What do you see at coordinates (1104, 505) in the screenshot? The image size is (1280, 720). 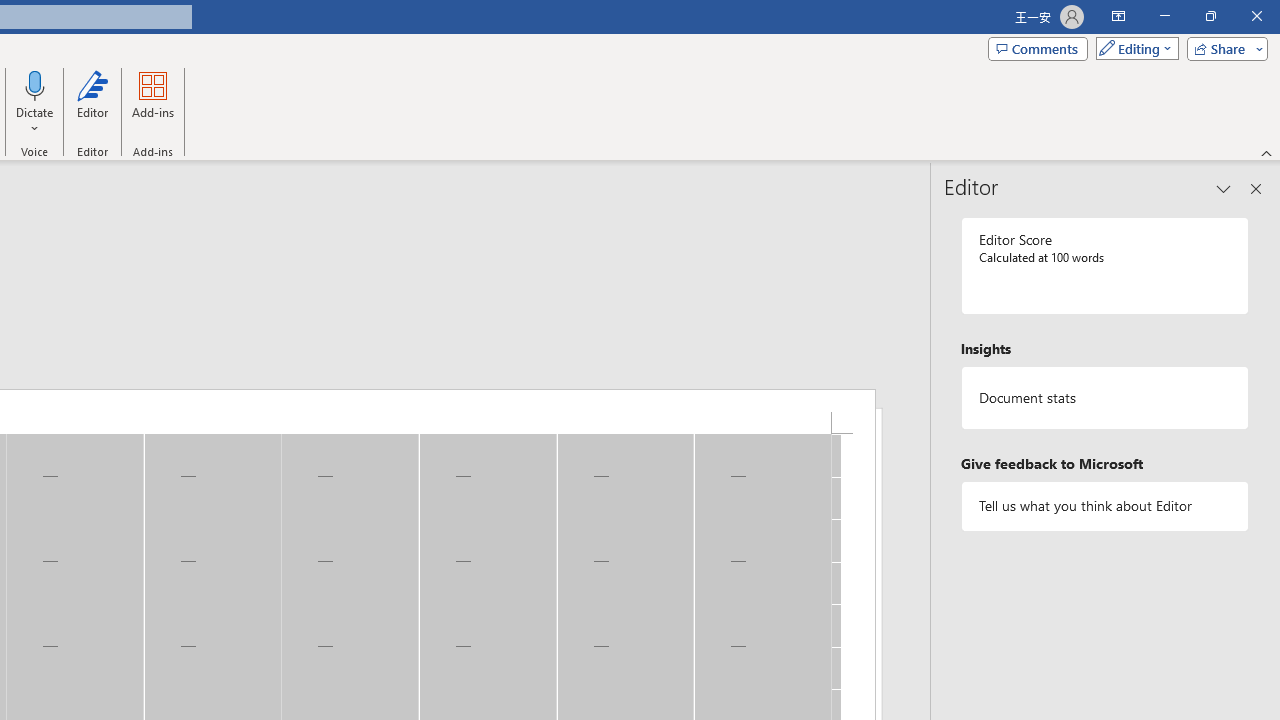 I see `'Tell us what you think about Editor'` at bounding box center [1104, 505].